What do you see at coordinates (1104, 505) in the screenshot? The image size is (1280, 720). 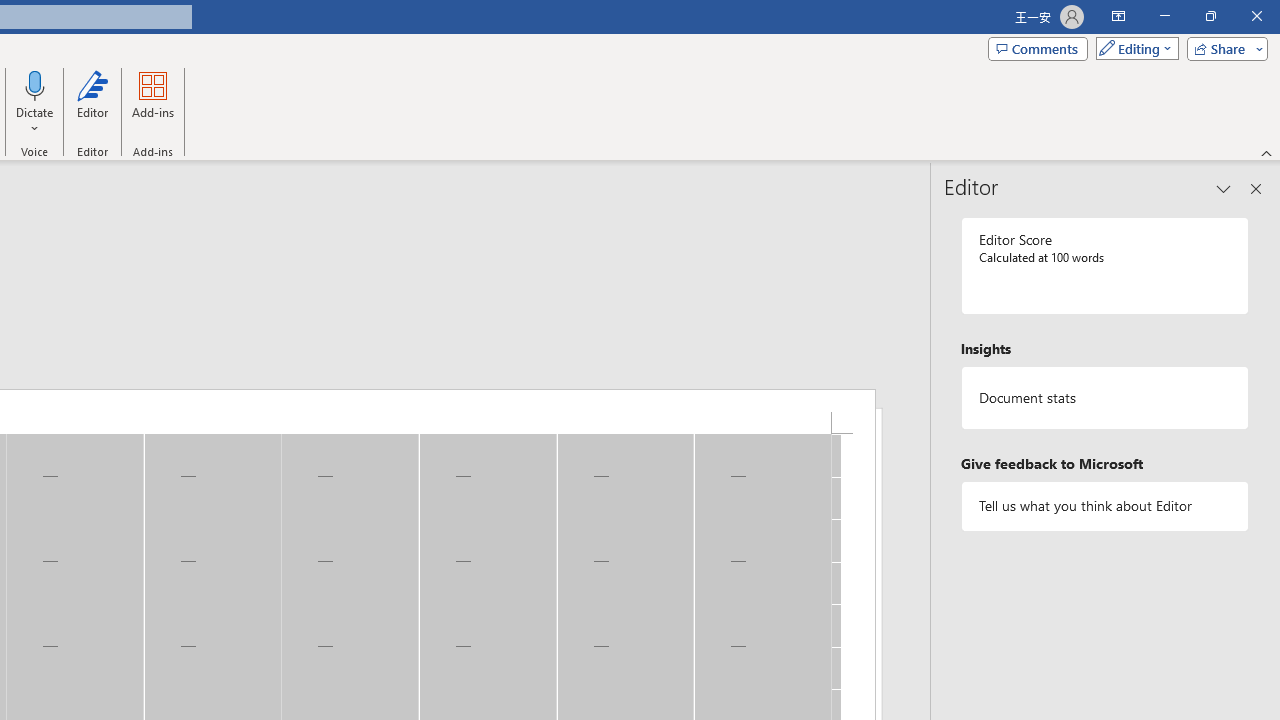 I see `'Tell us what you think about Editor'` at bounding box center [1104, 505].